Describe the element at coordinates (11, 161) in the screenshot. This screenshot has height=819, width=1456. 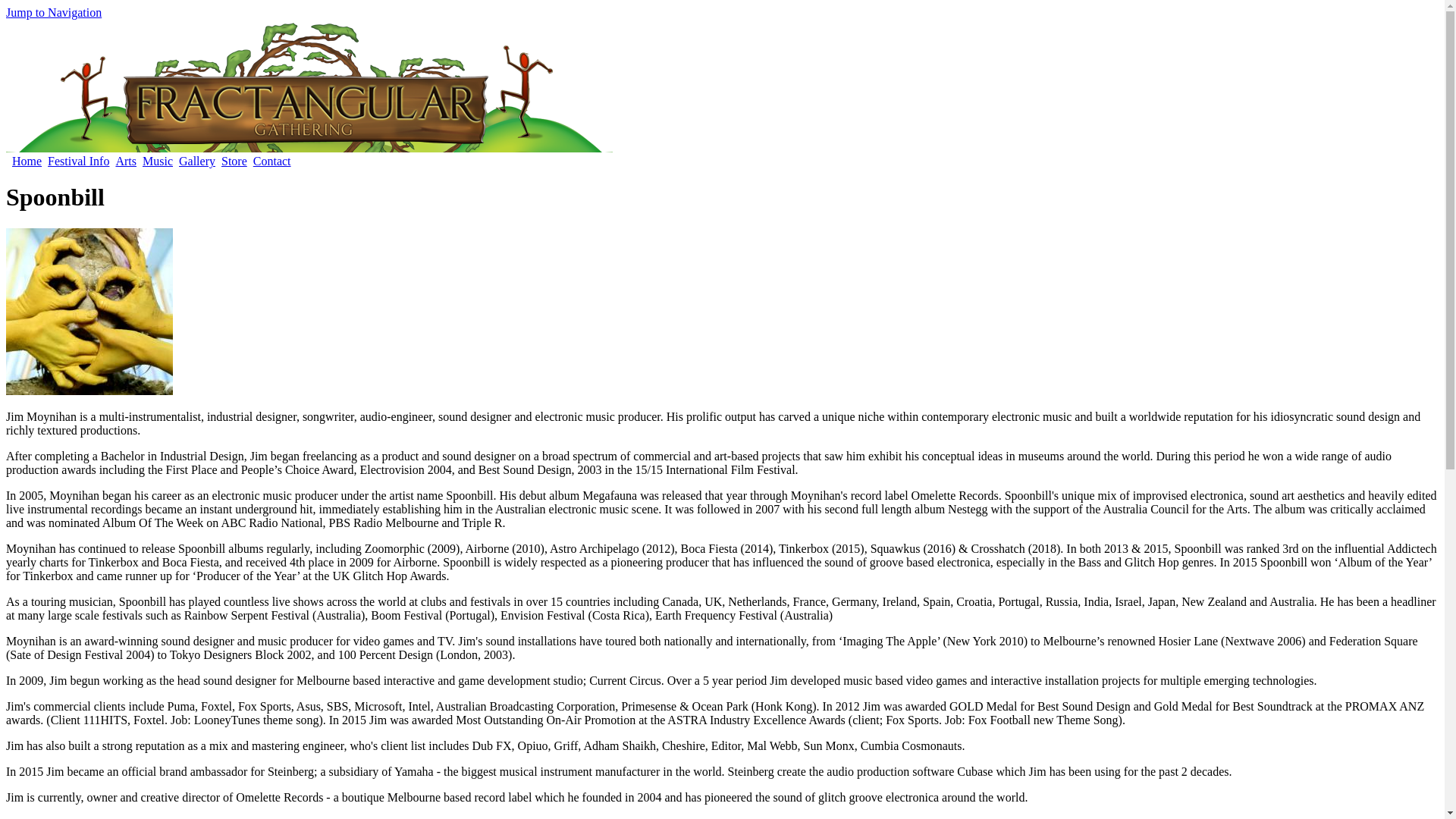
I see `'Home'` at that location.